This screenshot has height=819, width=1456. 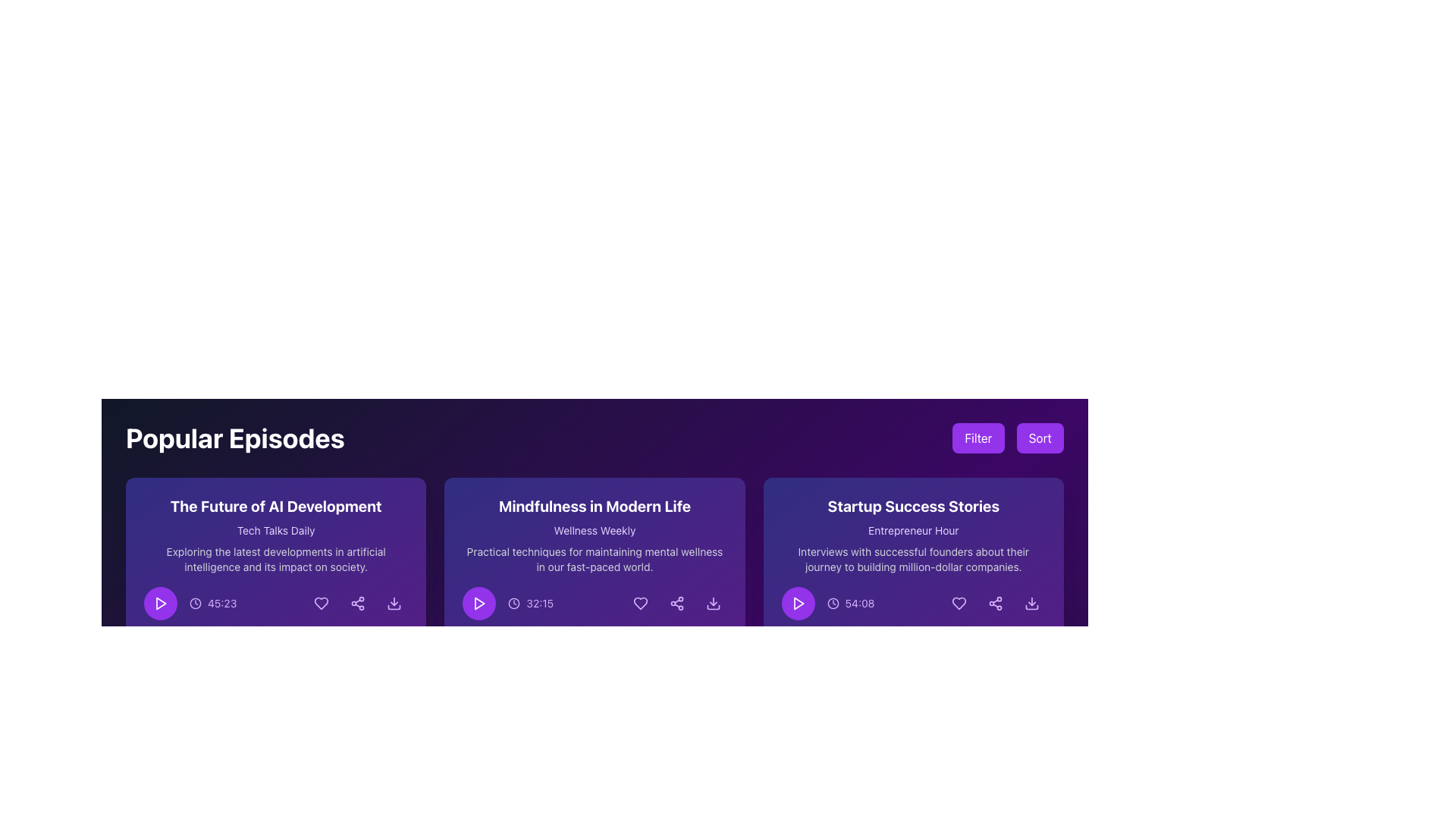 I want to click on the time indicator icon located in the third card titled 'Startup Success Stories', which visually represents the duration of the associated media content, so click(x=832, y=602).